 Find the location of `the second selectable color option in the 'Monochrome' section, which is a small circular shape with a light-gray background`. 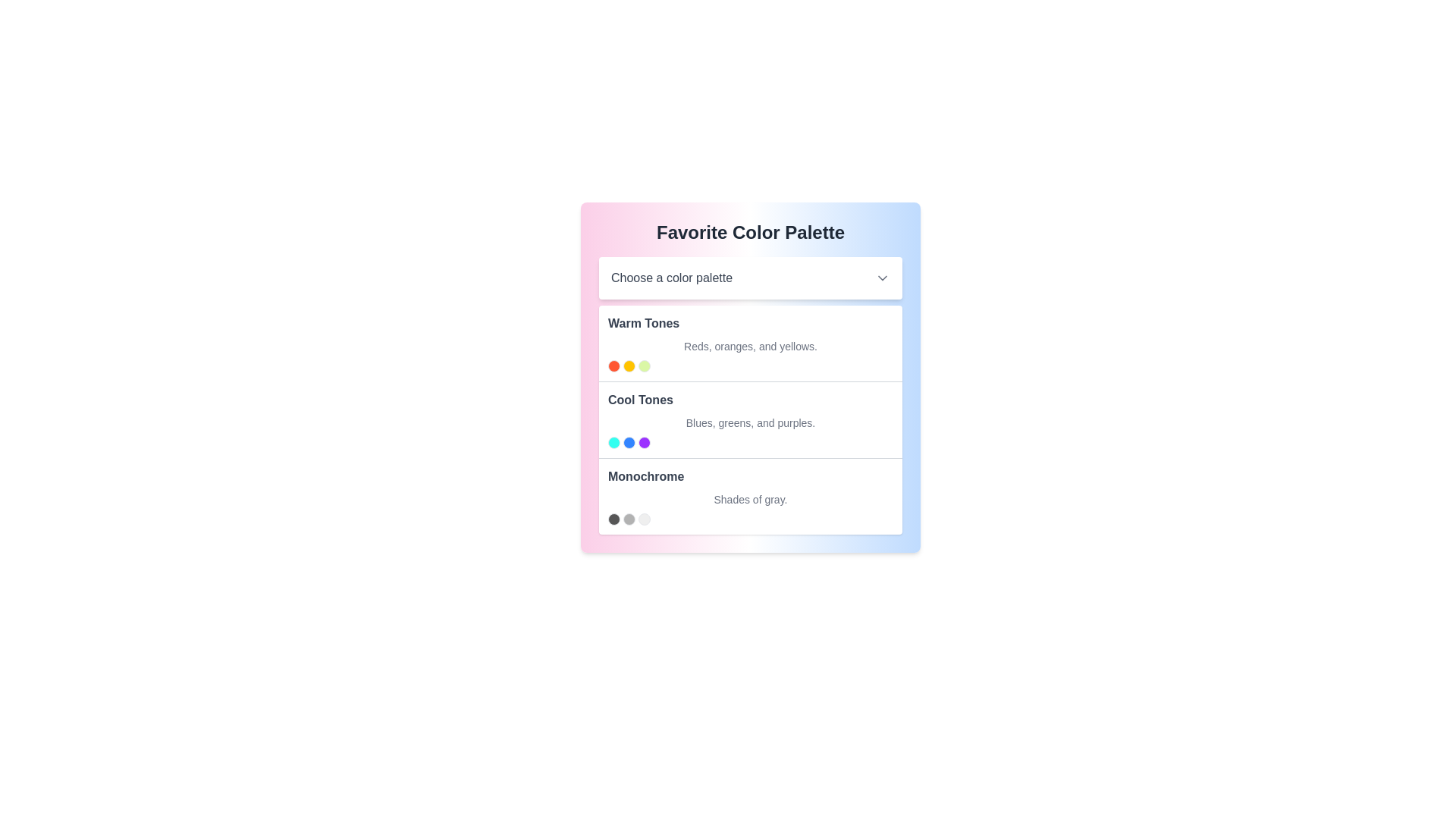

the second selectable color option in the 'Monochrome' section, which is a small circular shape with a light-gray background is located at coordinates (629, 519).